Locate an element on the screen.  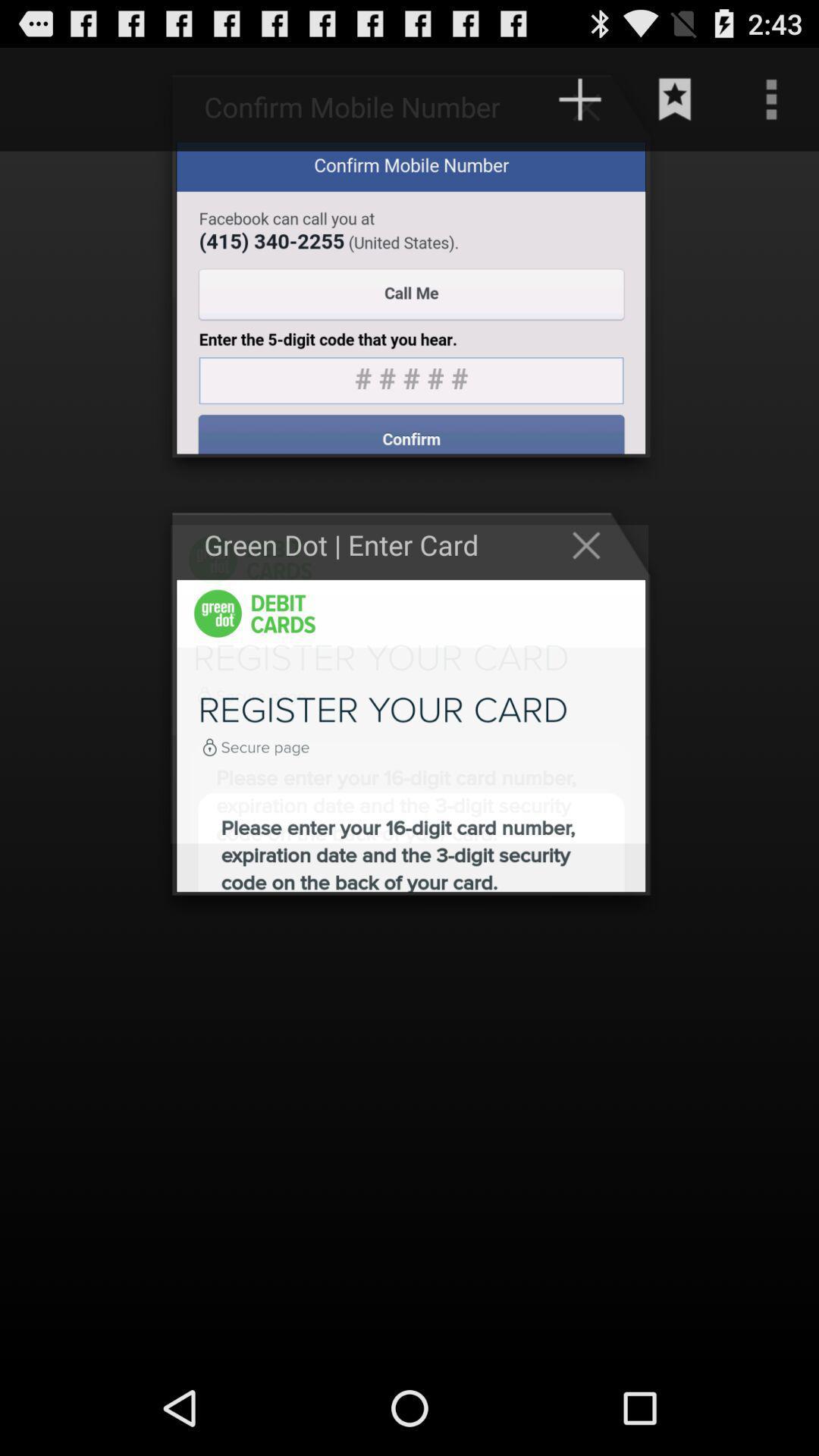
the bookmark icon is located at coordinates (675, 105).